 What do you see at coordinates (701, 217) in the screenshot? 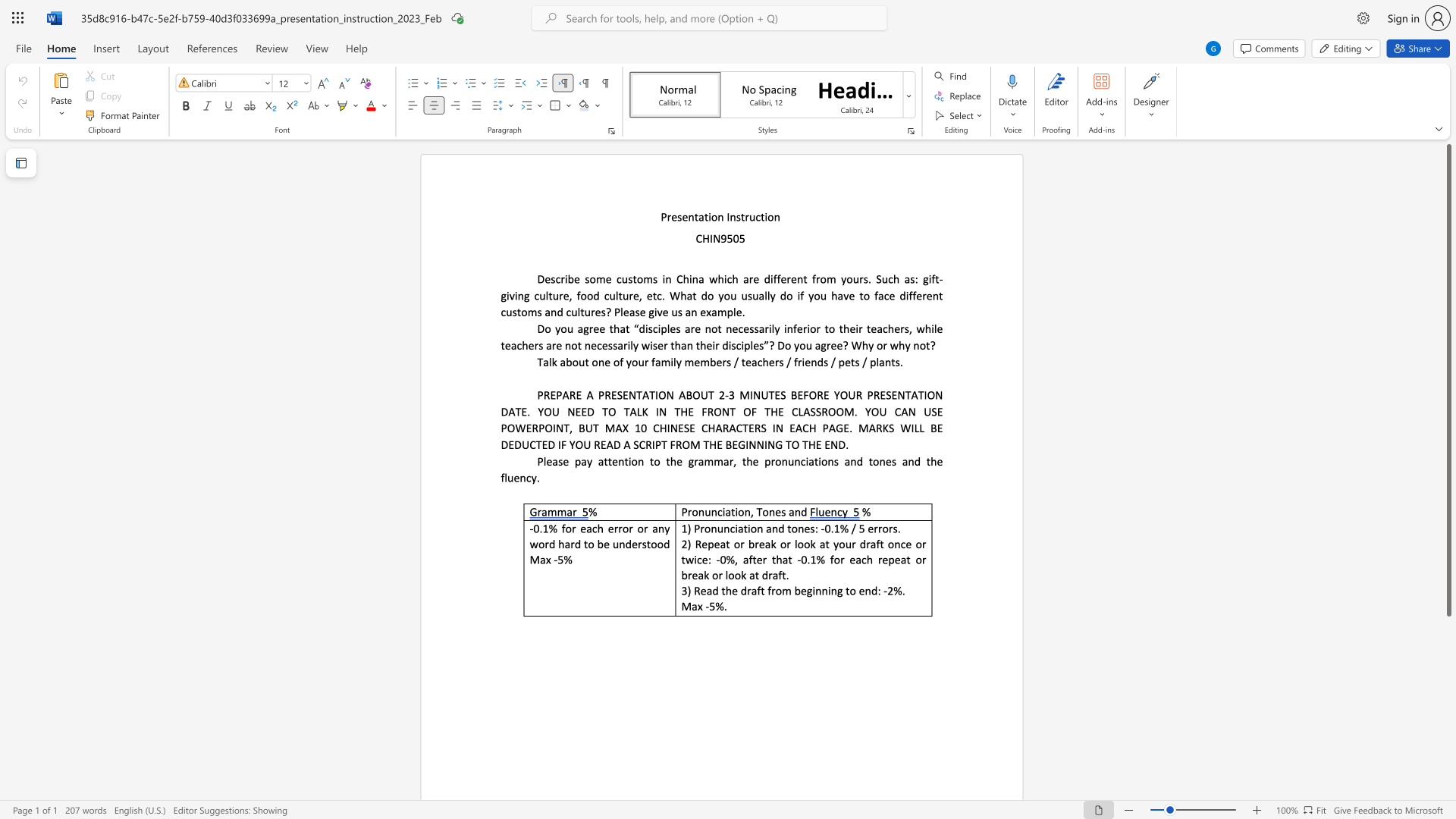
I see `the 1th character "a" in the text` at bounding box center [701, 217].